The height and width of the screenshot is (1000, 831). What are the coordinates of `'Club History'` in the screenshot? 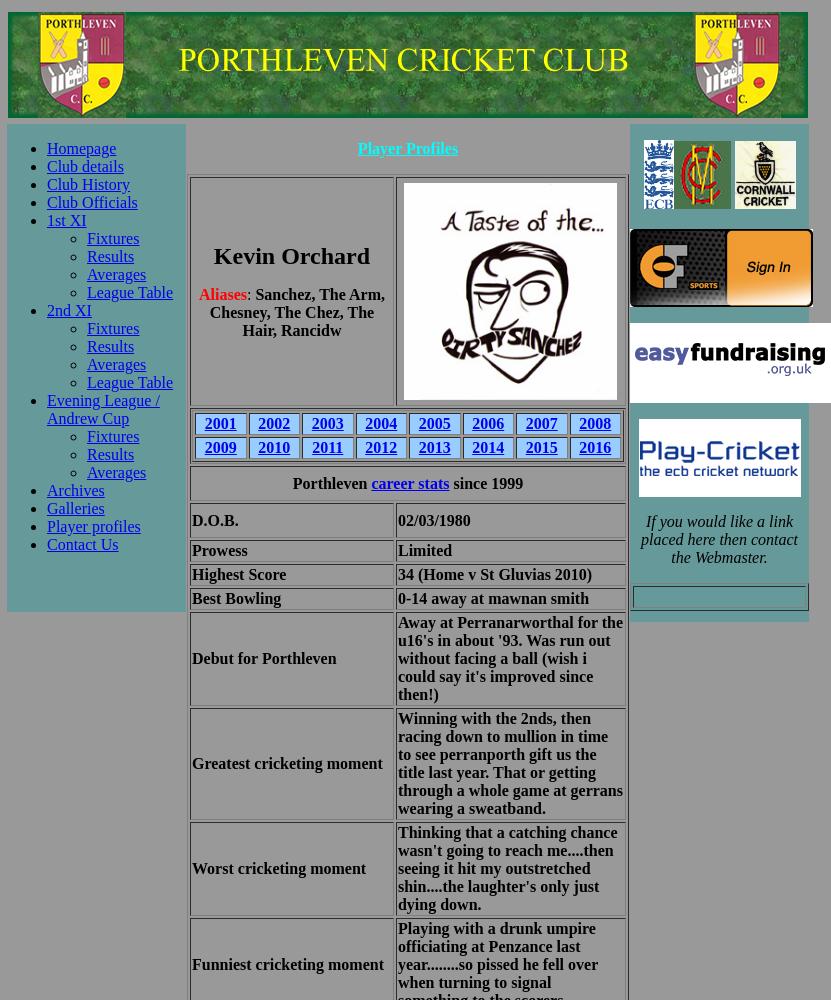 It's located at (87, 184).